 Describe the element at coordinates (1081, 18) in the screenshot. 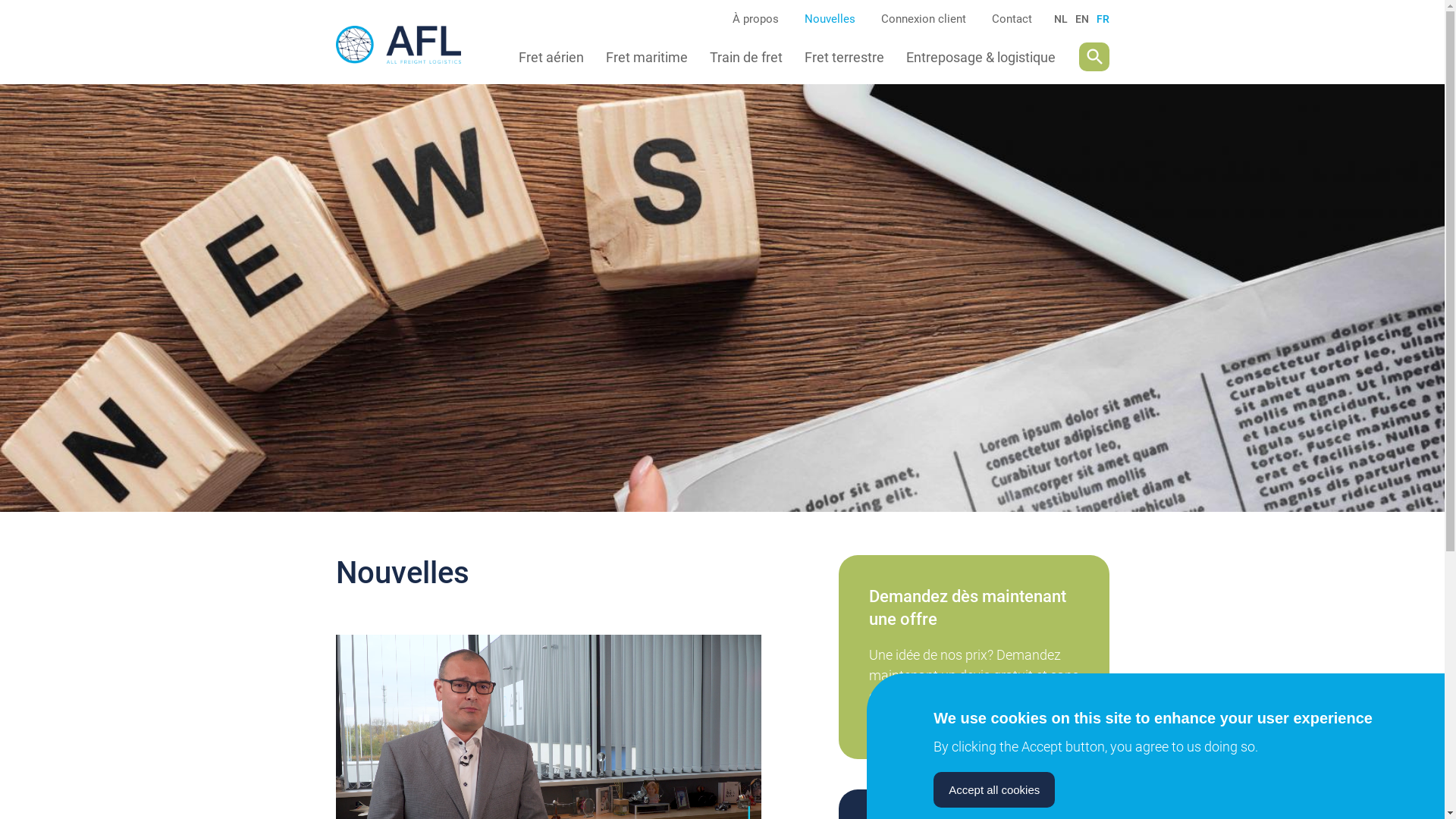

I see `'EN'` at that location.